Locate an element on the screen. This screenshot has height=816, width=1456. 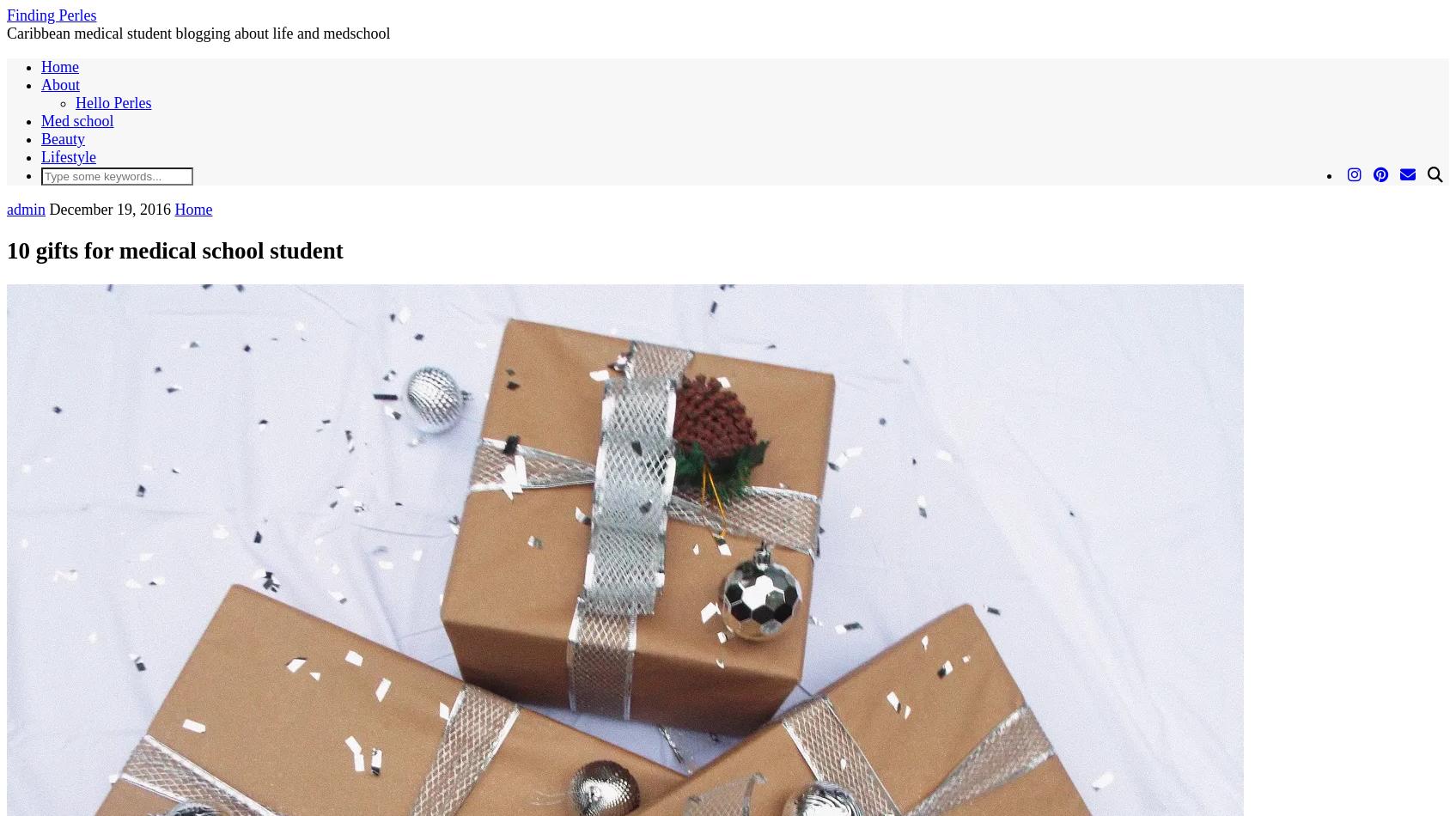
'Finding Perles' is located at coordinates (52, 15).